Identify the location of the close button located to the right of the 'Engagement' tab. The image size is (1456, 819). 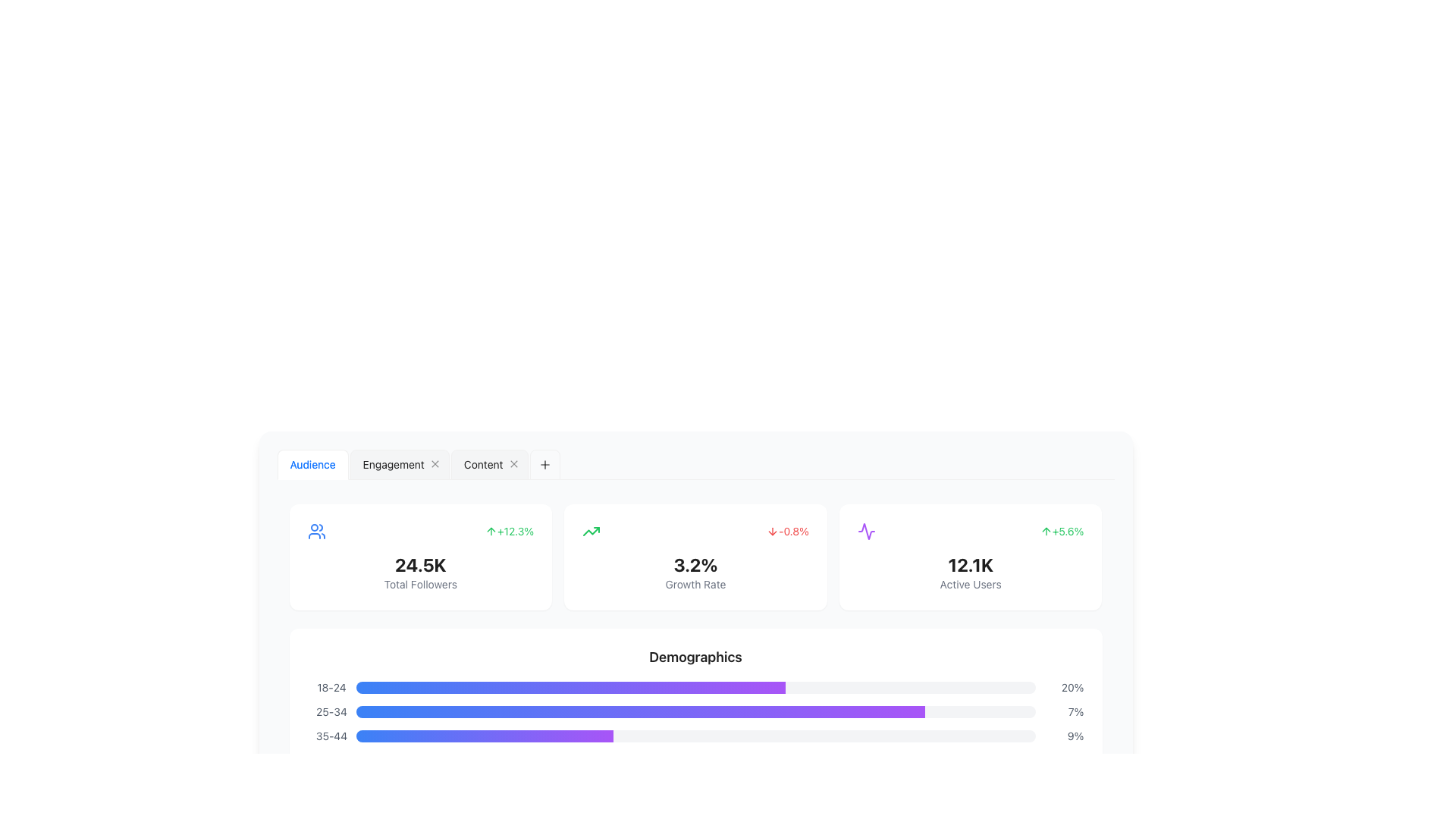
(434, 463).